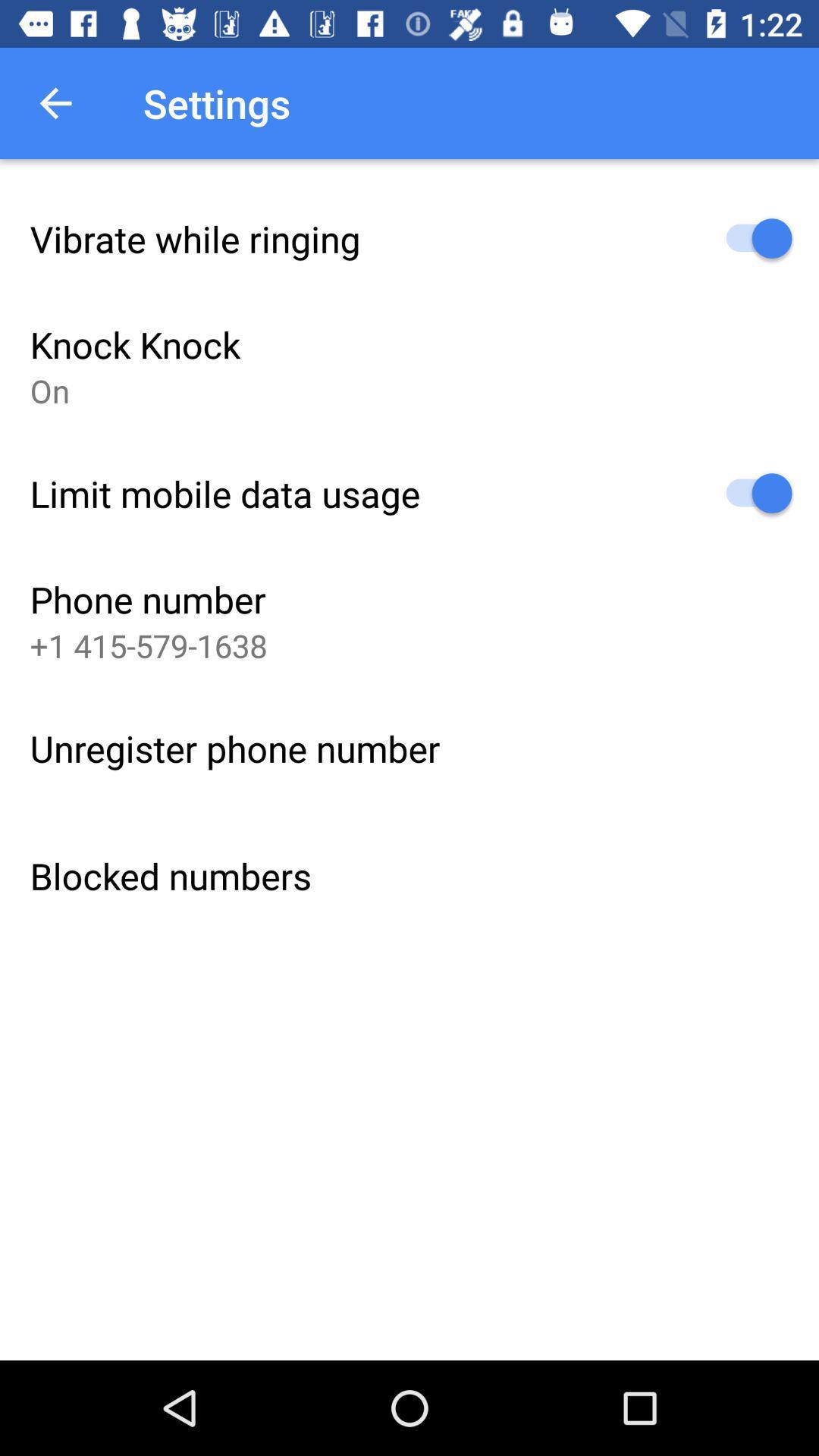 This screenshot has width=819, height=1456. What do you see at coordinates (194, 238) in the screenshot?
I see `item above the knock knock icon` at bounding box center [194, 238].